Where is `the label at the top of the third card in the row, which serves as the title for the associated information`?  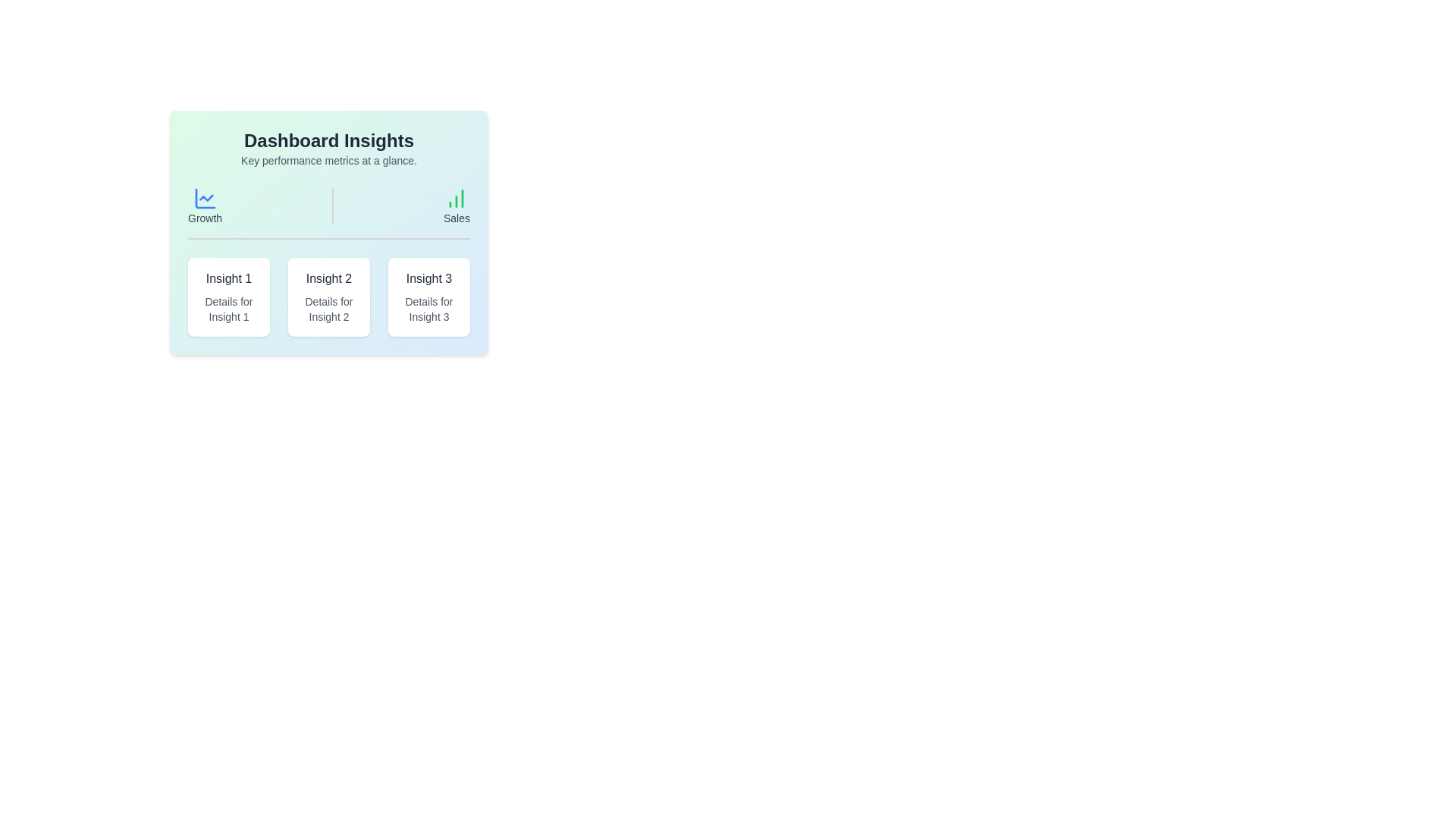
the label at the top of the third card in the row, which serves as the title for the associated information is located at coordinates (428, 278).